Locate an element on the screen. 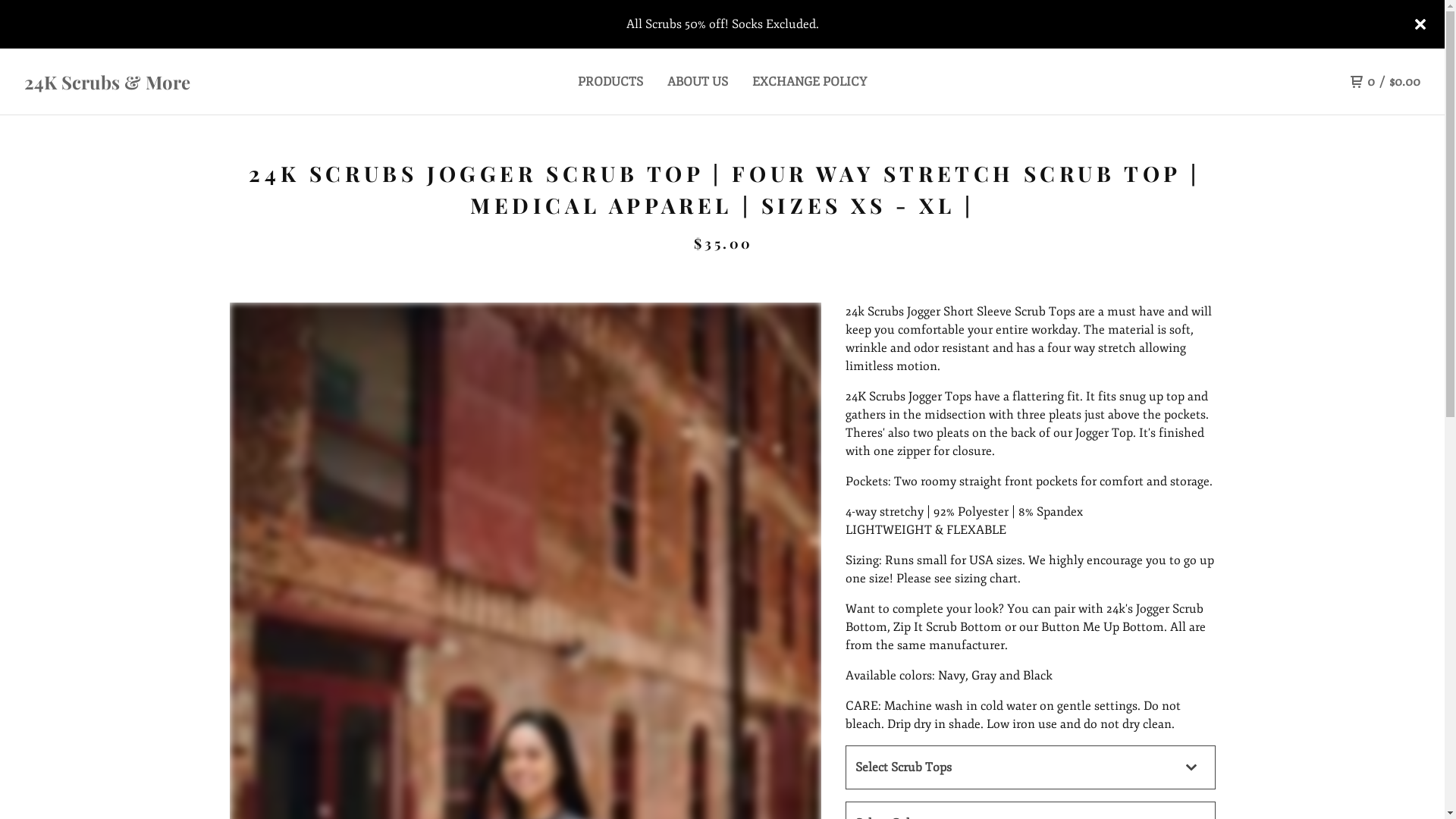  'ABOUT US' is located at coordinates (667, 82).